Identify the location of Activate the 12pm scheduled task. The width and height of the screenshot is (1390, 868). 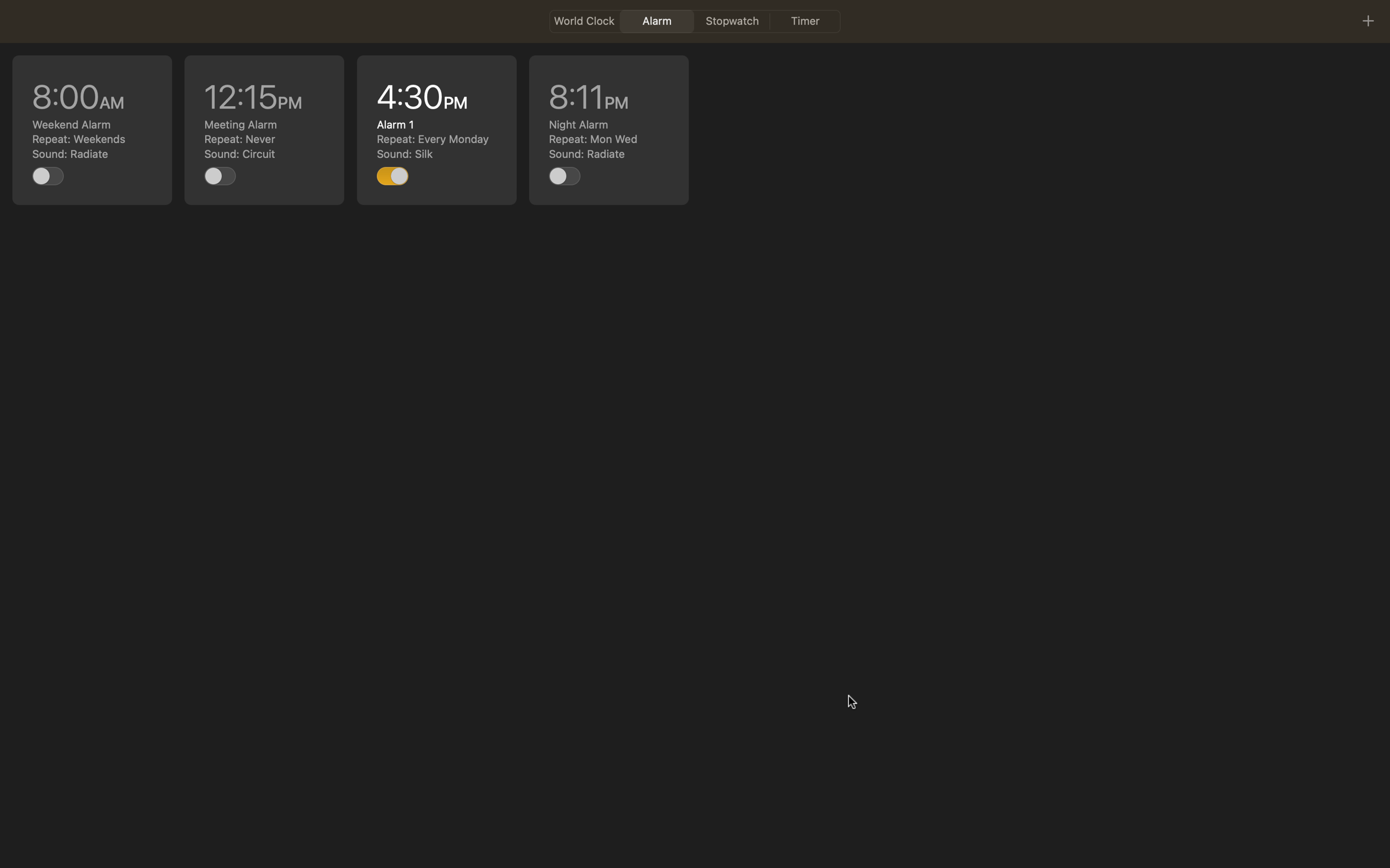
(220, 175).